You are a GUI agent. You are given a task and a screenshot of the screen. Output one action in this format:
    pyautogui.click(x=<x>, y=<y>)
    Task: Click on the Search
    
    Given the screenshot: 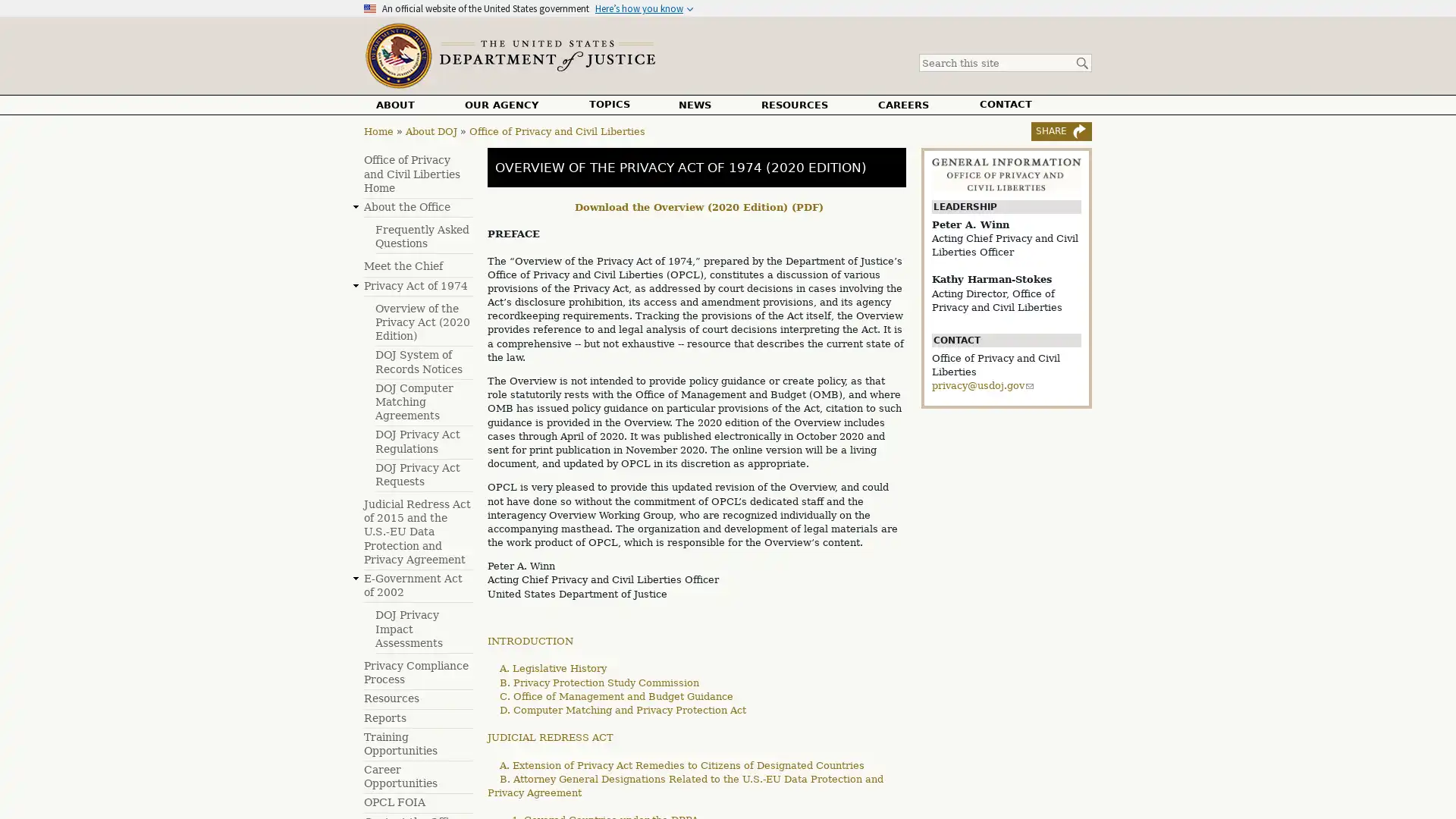 What is the action you would take?
    pyautogui.click(x=1081, y=63)
    